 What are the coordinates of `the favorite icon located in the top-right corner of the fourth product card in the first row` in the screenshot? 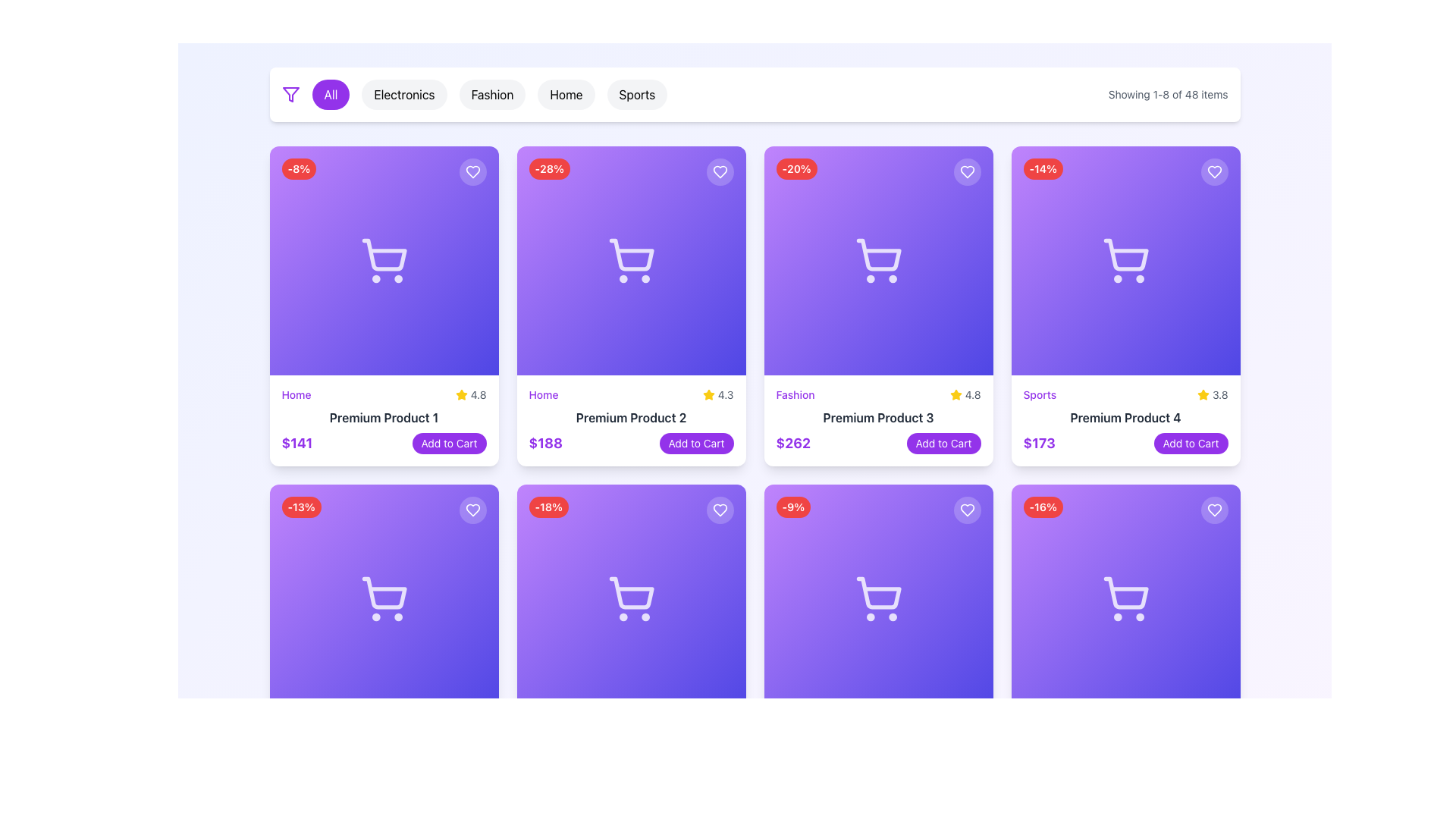 It's located at (1214, 171).